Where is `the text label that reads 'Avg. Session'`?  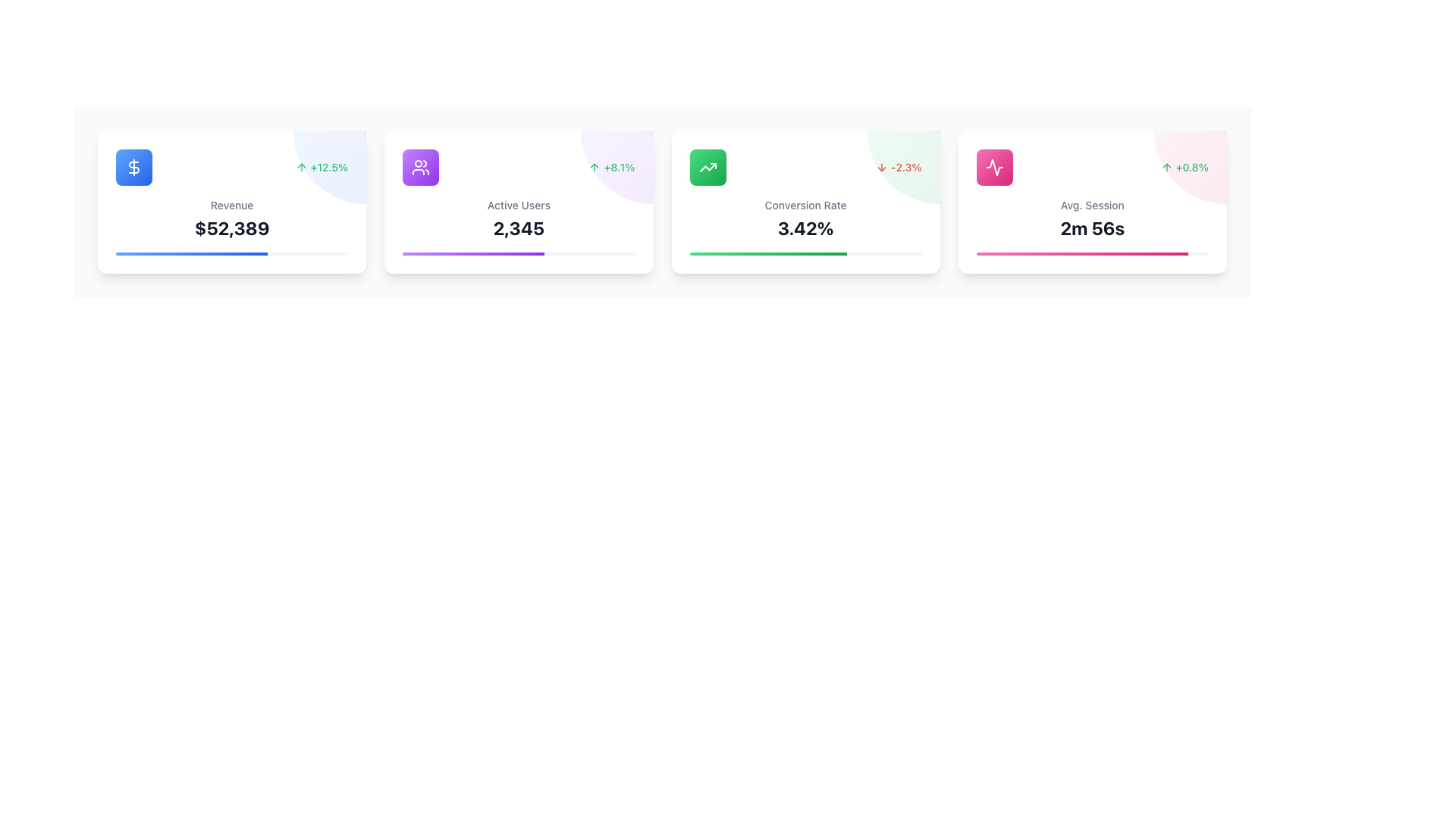
the text label that reads 'Avg. Session' is located at coordinates (1092, 205).